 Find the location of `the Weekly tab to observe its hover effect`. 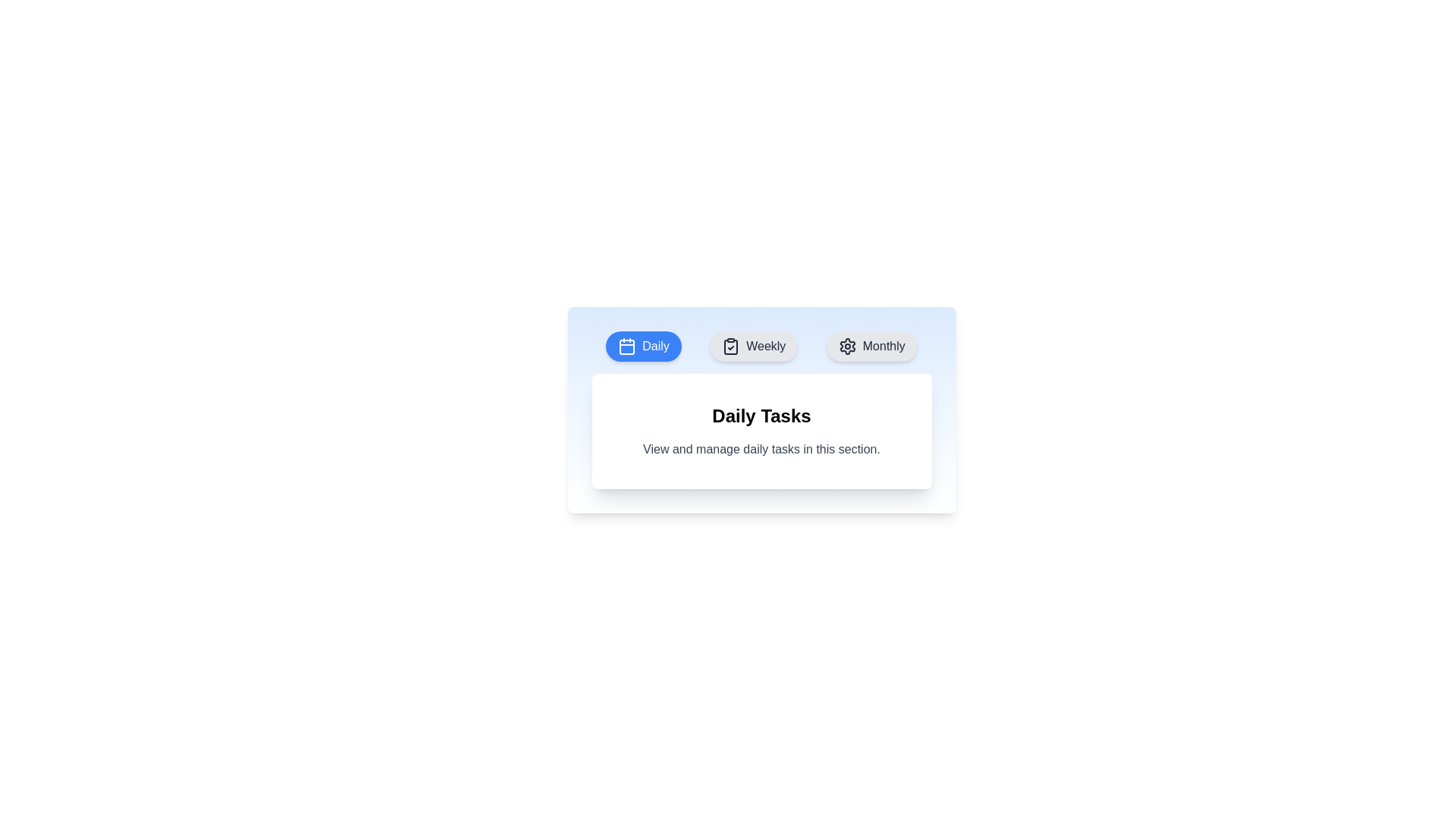

the Weekly tab to observe its hover effect is located at coordinates (754, 346).